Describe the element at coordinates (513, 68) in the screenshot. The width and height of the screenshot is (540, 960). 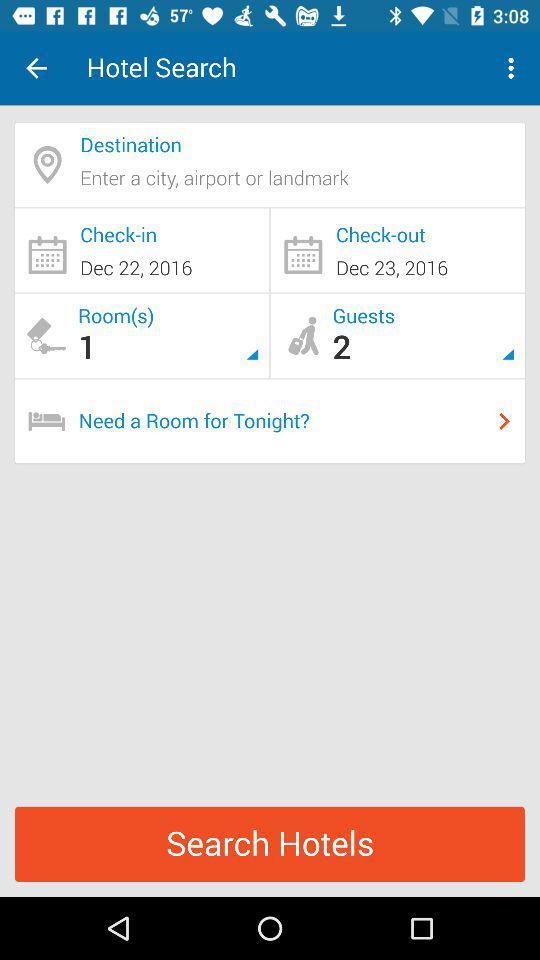
I see `icon next to hotel search item` at that location.